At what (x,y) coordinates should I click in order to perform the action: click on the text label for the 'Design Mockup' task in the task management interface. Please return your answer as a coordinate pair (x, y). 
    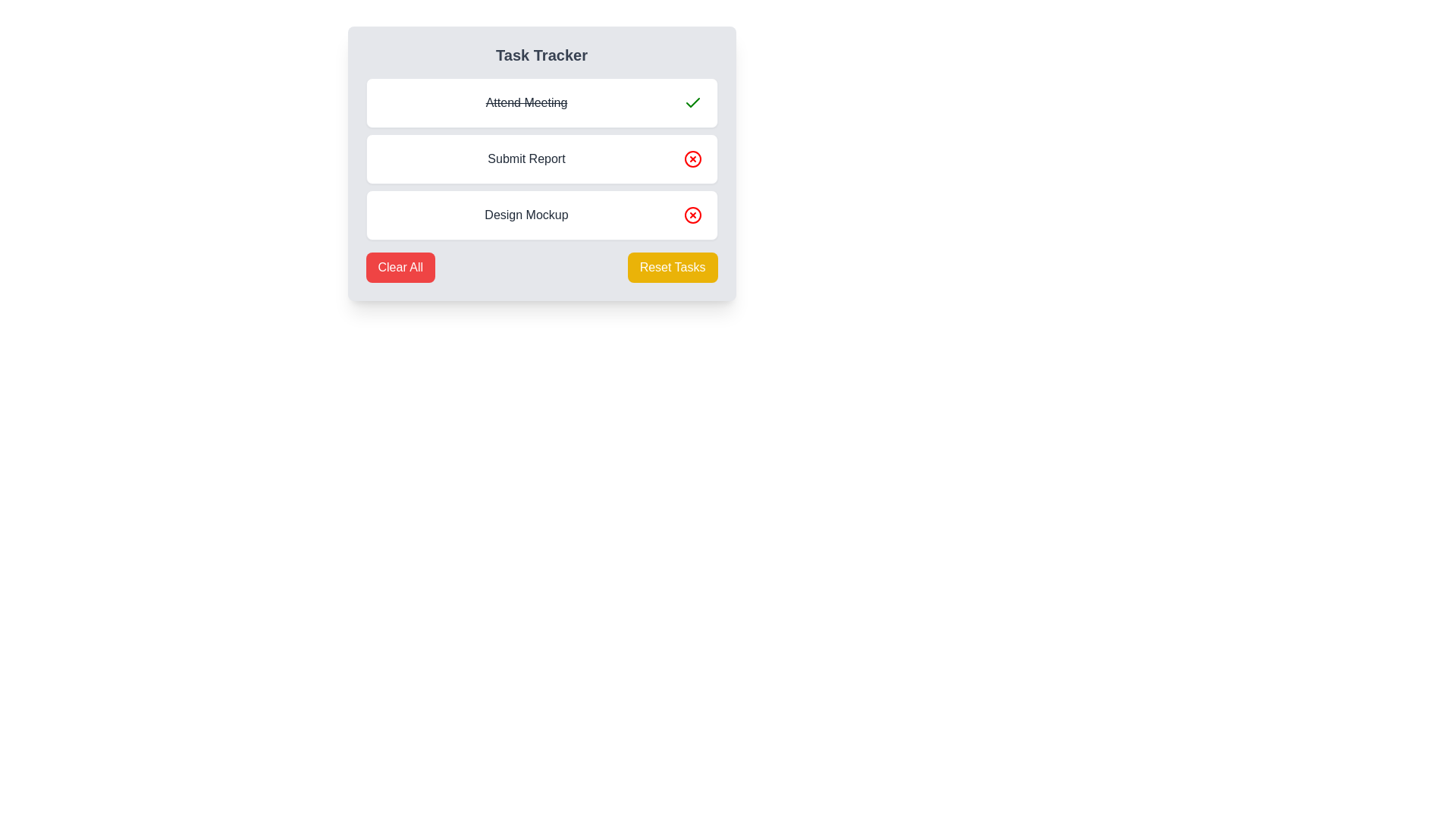
    Looking at the image, I should click on (526, 215).